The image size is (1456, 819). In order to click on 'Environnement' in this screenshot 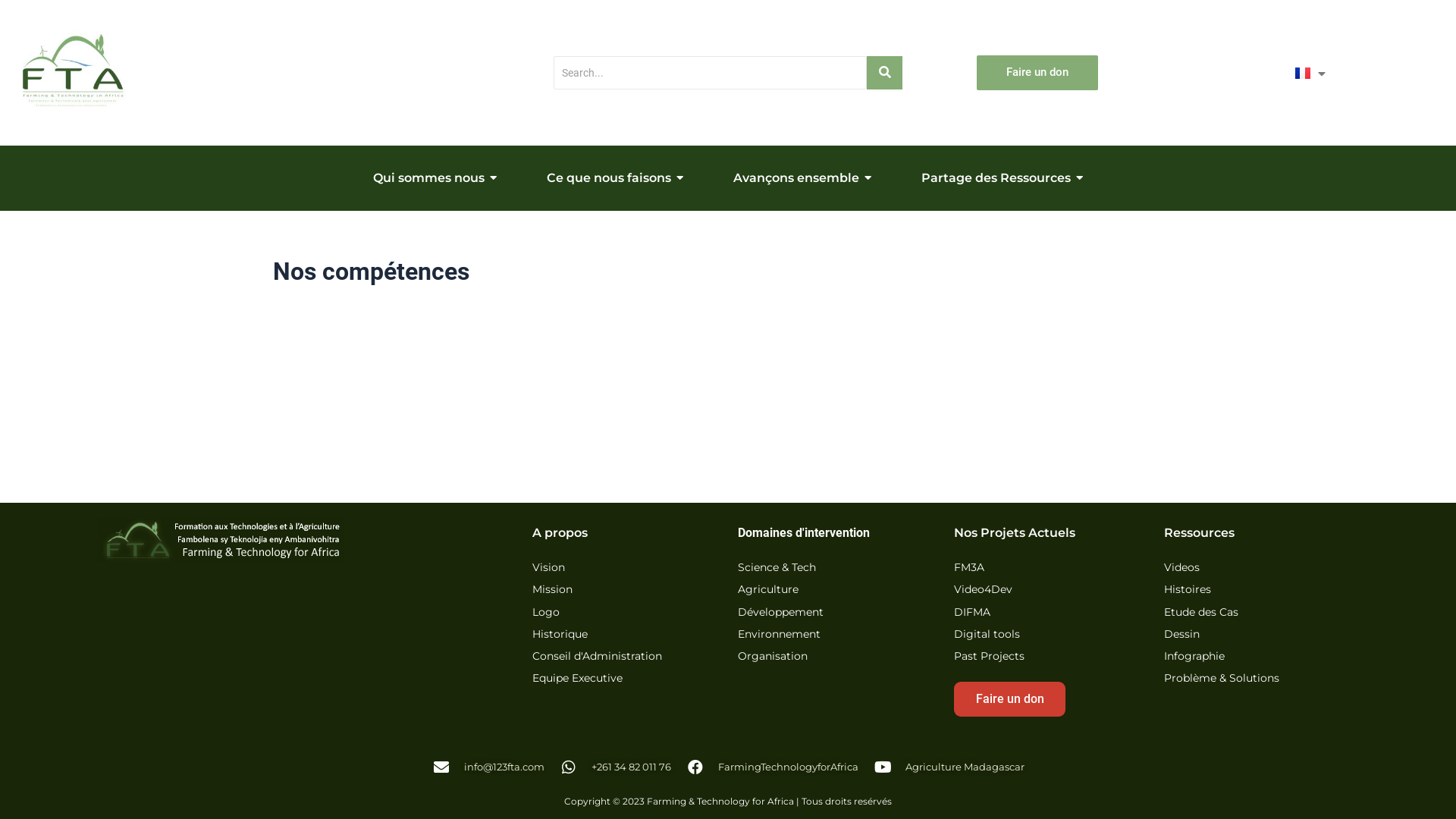, I will do `click(779, 635)`.